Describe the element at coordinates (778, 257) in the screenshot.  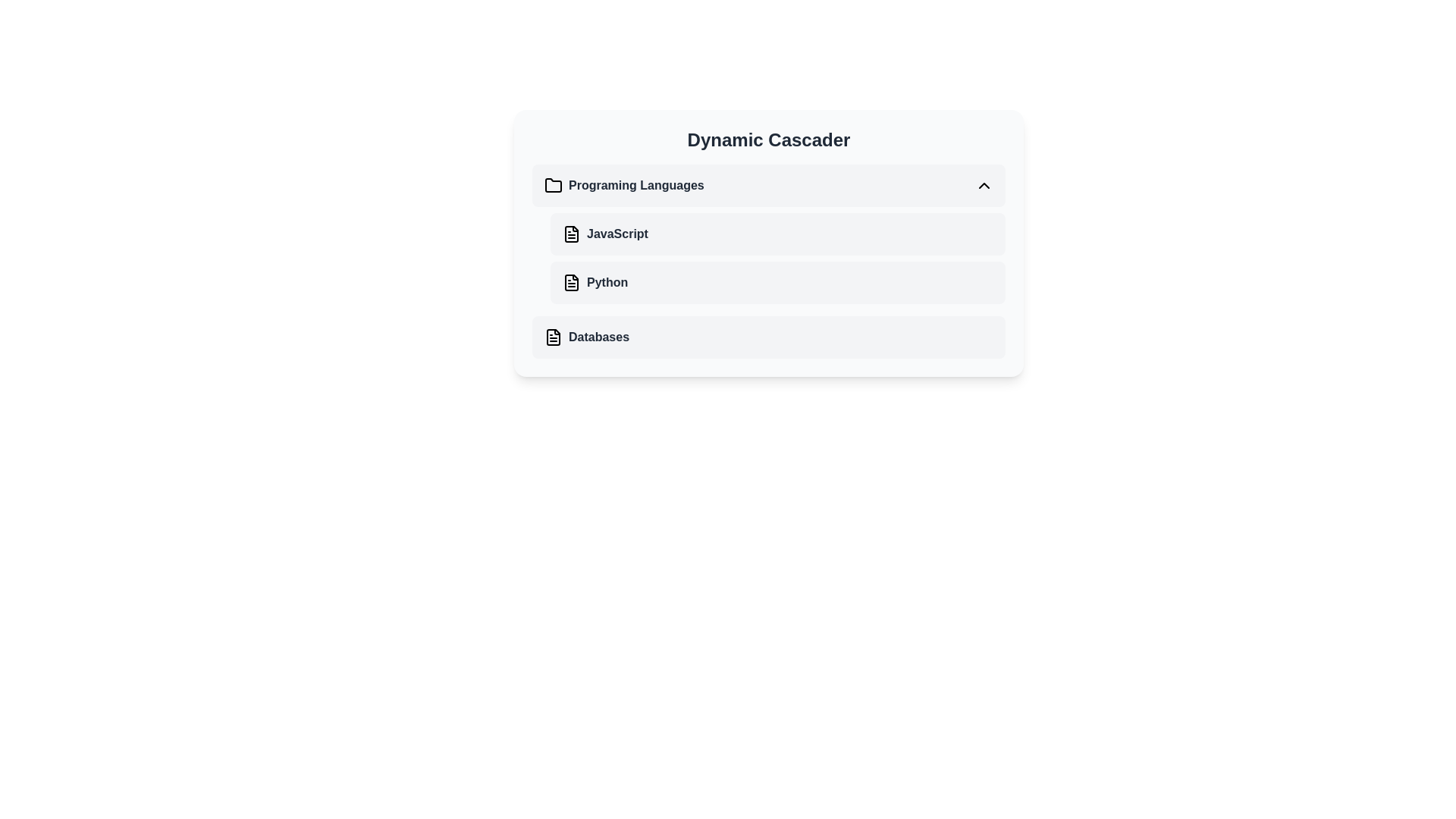
I see `the 'JavaScript' item in the Programming Languages list` at that location.